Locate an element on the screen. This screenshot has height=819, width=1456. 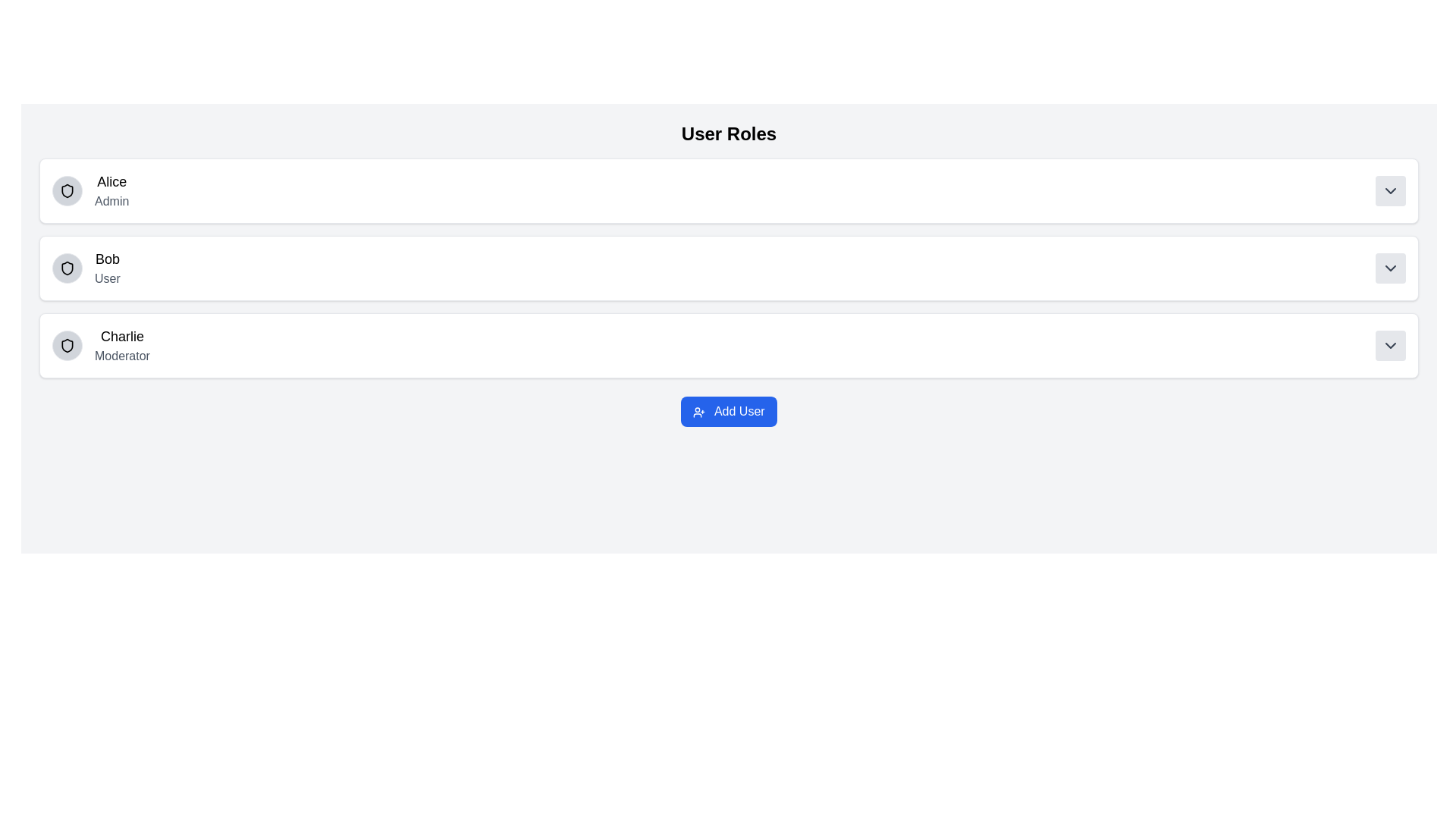
the expand/collapse icon for the user role 'Charlie' within the dropdown associated with the list item labeled 'Charlie' and 'Moderator' is located at coordinates (1390, 345).